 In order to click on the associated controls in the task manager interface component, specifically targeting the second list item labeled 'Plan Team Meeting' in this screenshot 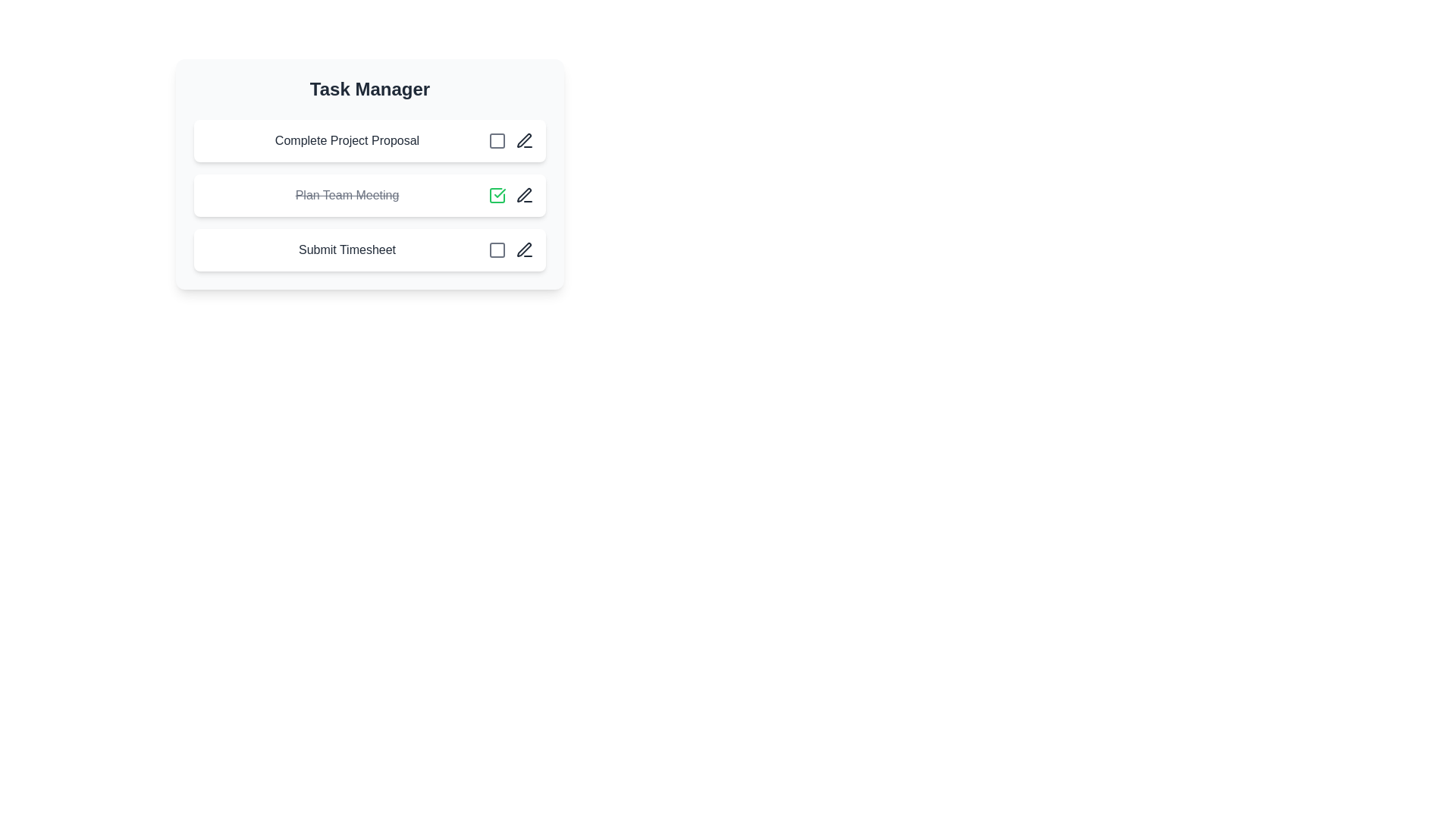, I will do `click(370, 174)`.